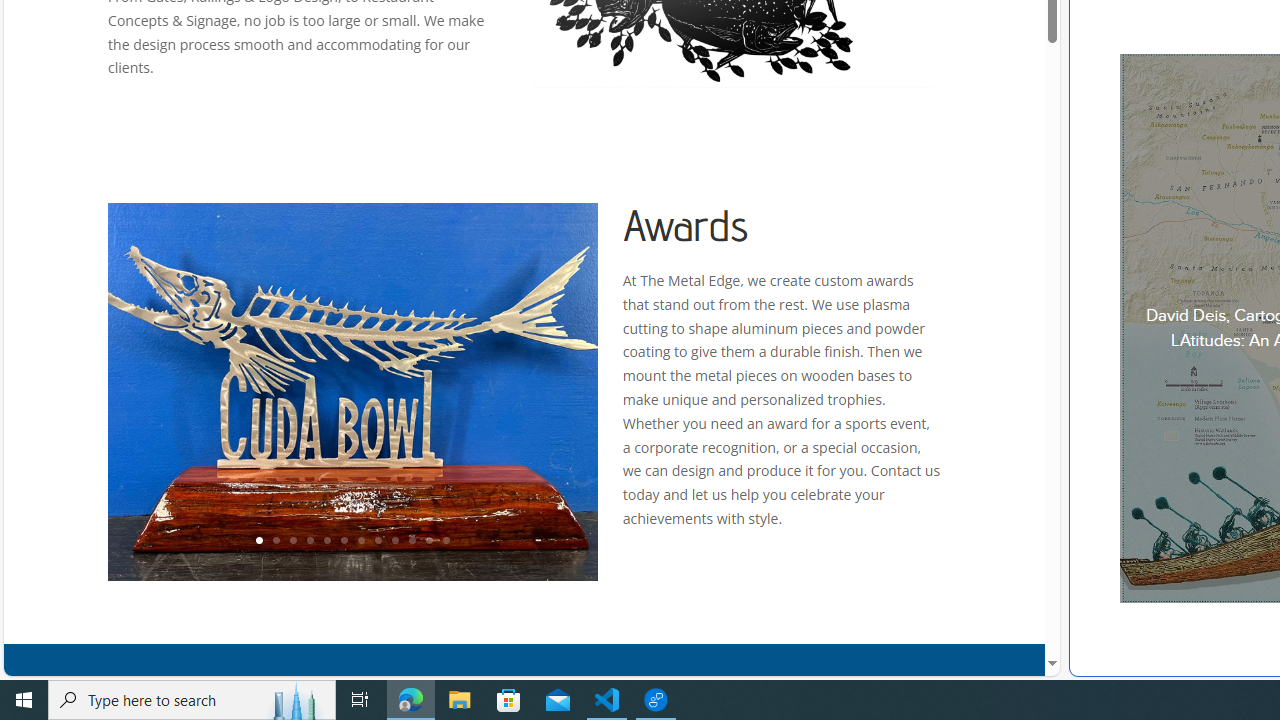  Describe the element at coordinates (377, 541) in the screenshot. I see `'8'` at that location.